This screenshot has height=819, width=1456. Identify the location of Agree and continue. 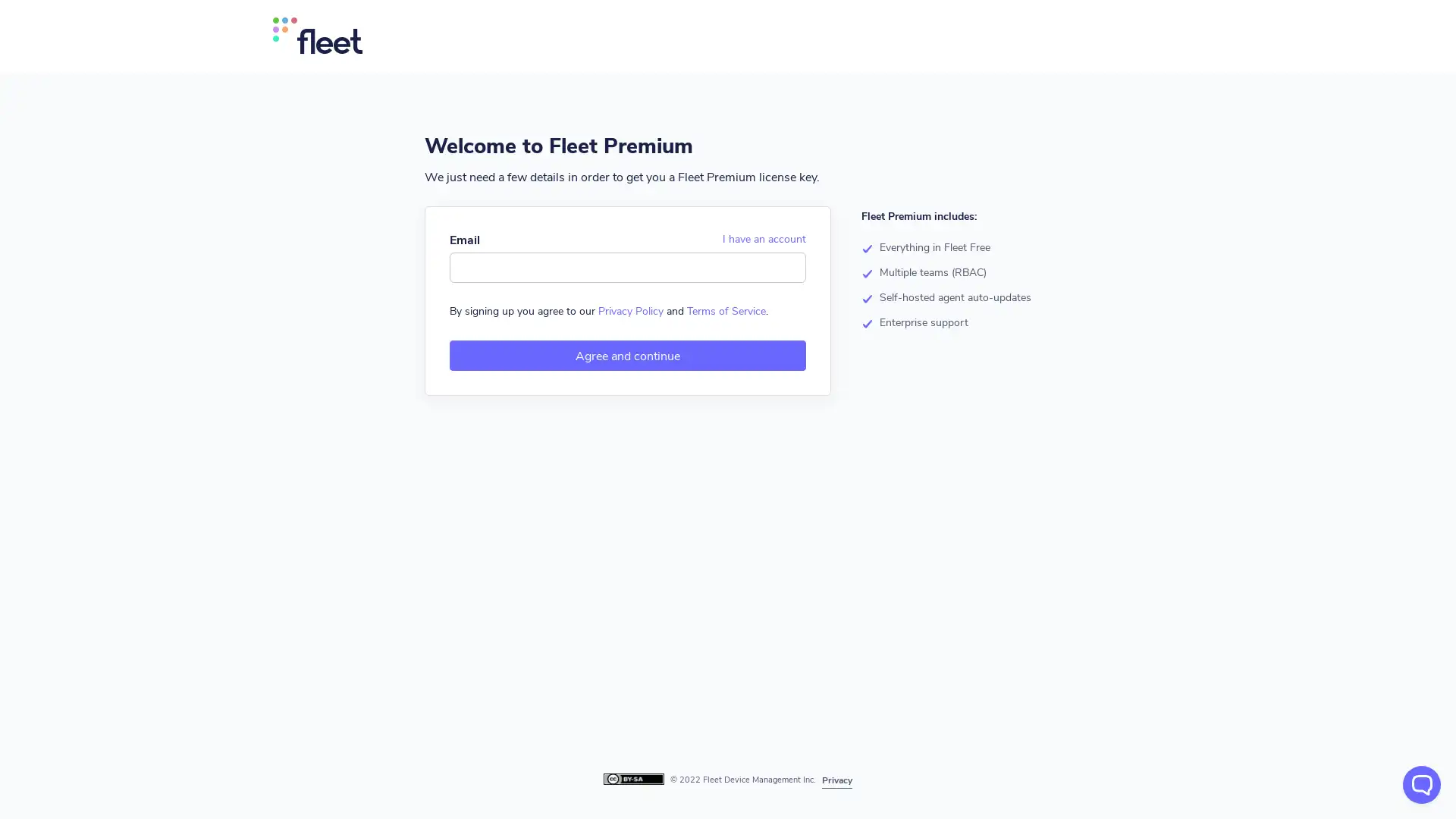
(627, 356).